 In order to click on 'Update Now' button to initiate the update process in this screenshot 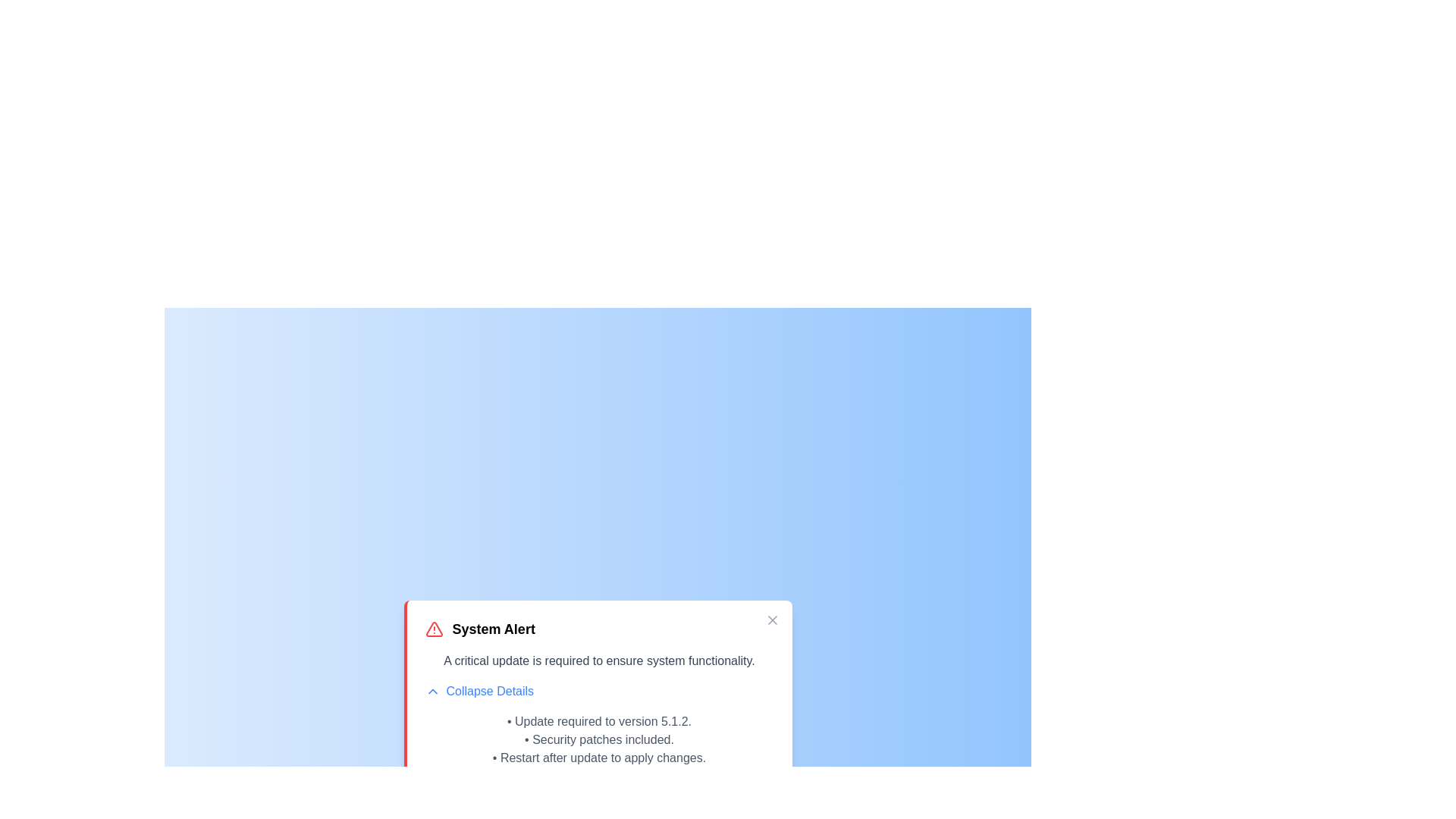, I will do `click(598, 800)`.